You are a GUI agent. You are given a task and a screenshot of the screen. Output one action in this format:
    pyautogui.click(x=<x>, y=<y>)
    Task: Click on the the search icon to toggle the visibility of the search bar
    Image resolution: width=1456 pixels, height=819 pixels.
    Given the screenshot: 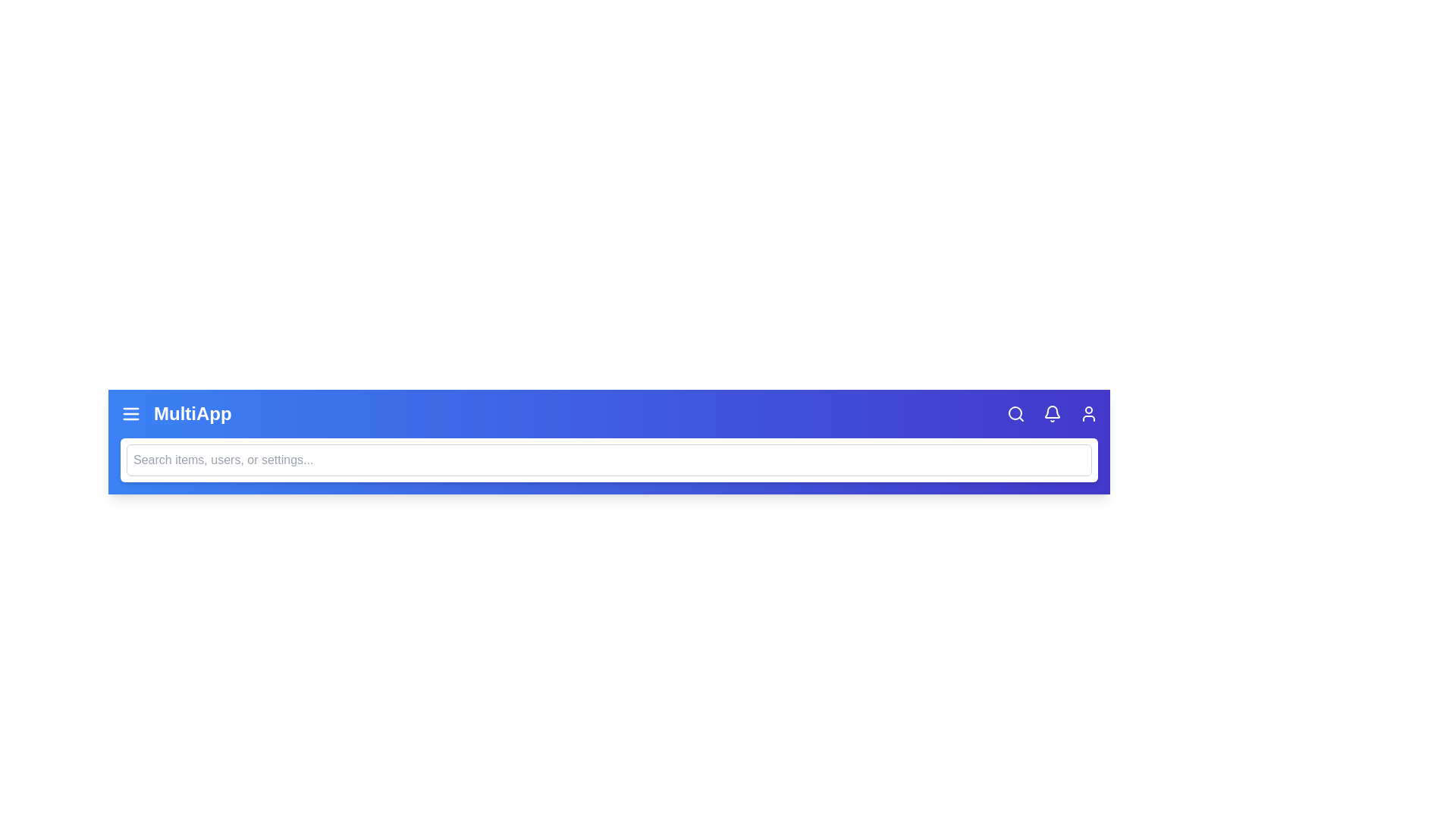 What is the action you would take?
    pyautogui.click(x=1015, y=414)
    